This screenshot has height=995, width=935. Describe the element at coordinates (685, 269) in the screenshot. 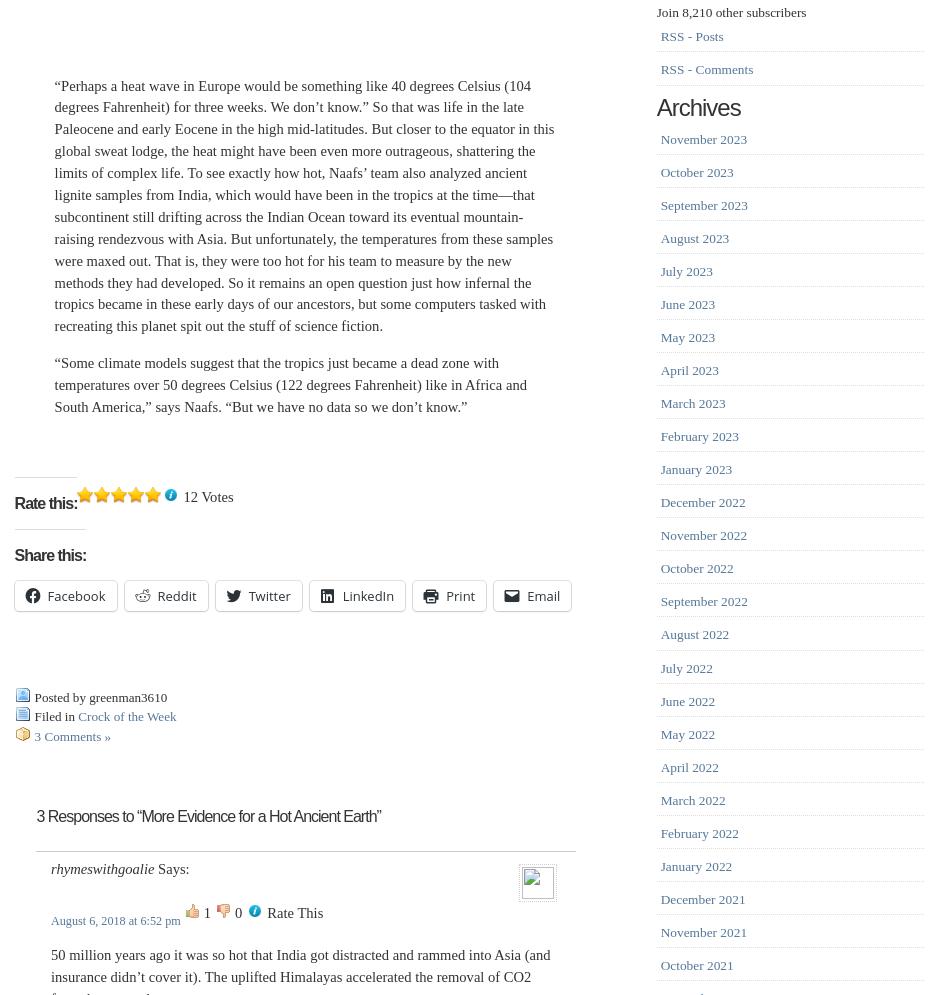

I see `'July 2023'` at that location.